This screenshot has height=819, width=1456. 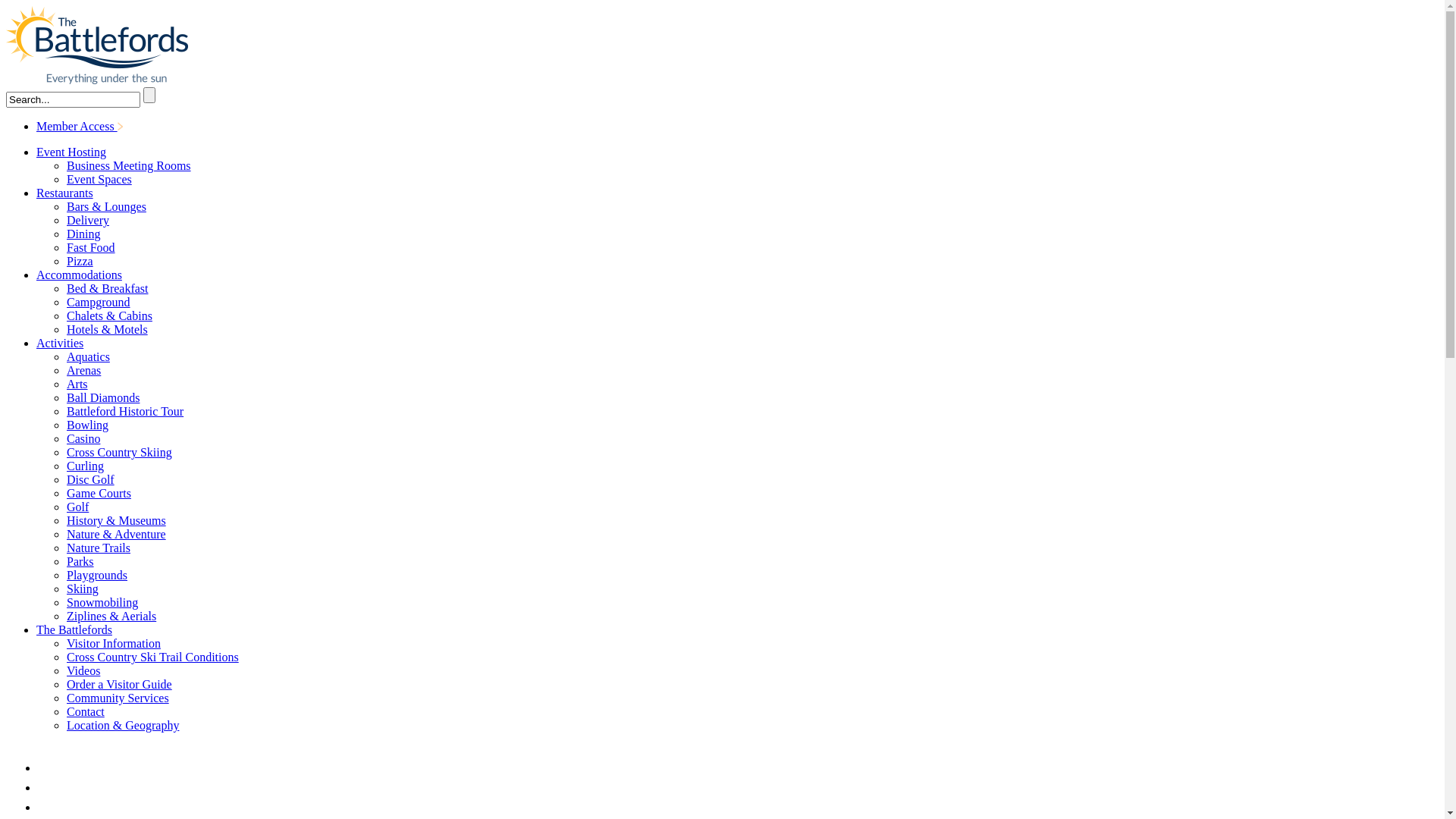 What do you see at coordinates (83, 234) in the screenshot?
I see `'Dining'` at bounding box center [83, 234].